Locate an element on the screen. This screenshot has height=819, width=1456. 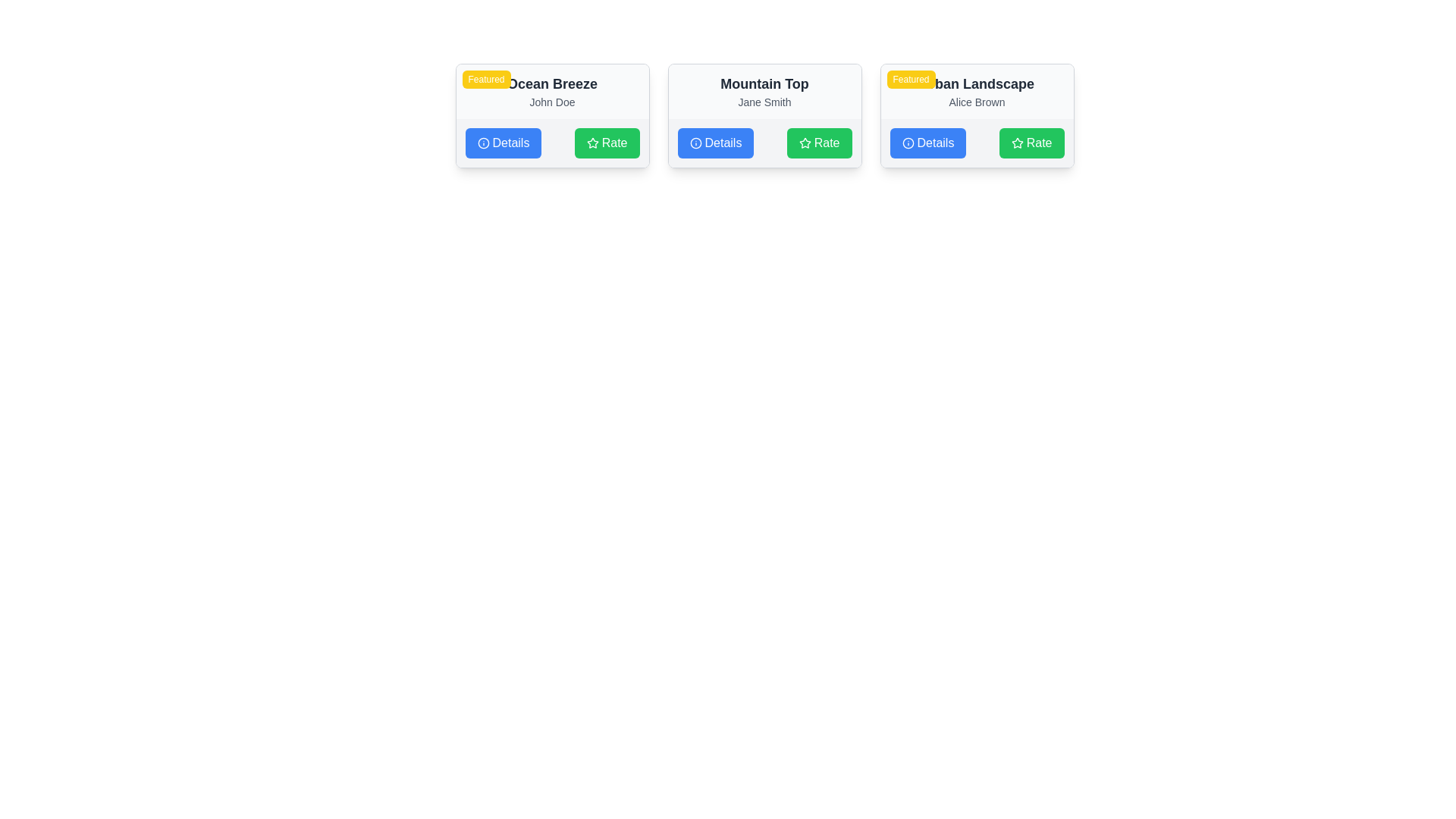
the star icon with a green background located in the 'Rate' button of the 'Ocean Breeze' card is located at coordinates (591, 143).